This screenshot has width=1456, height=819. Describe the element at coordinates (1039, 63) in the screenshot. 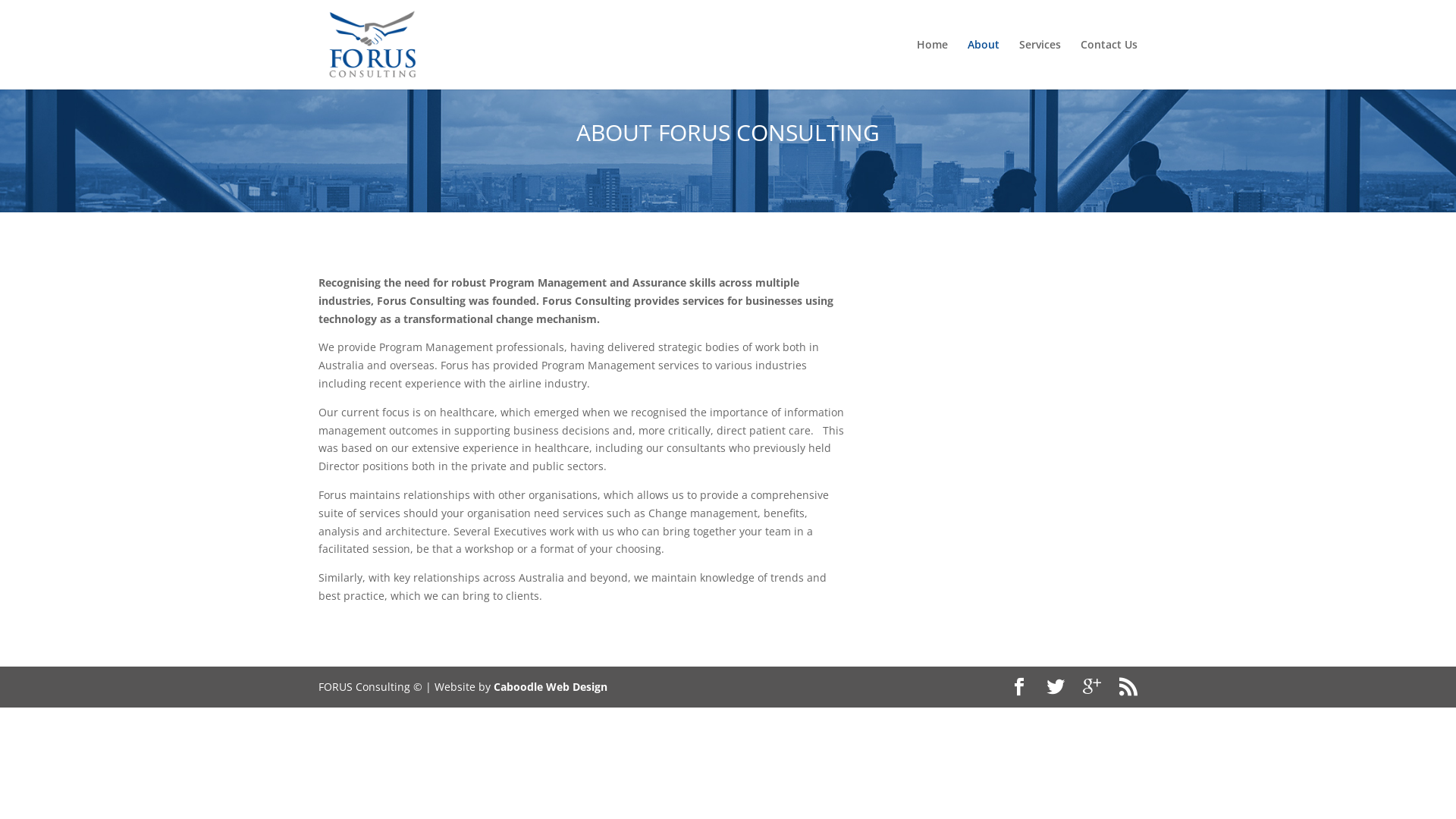

I see `'Services'` at that location.